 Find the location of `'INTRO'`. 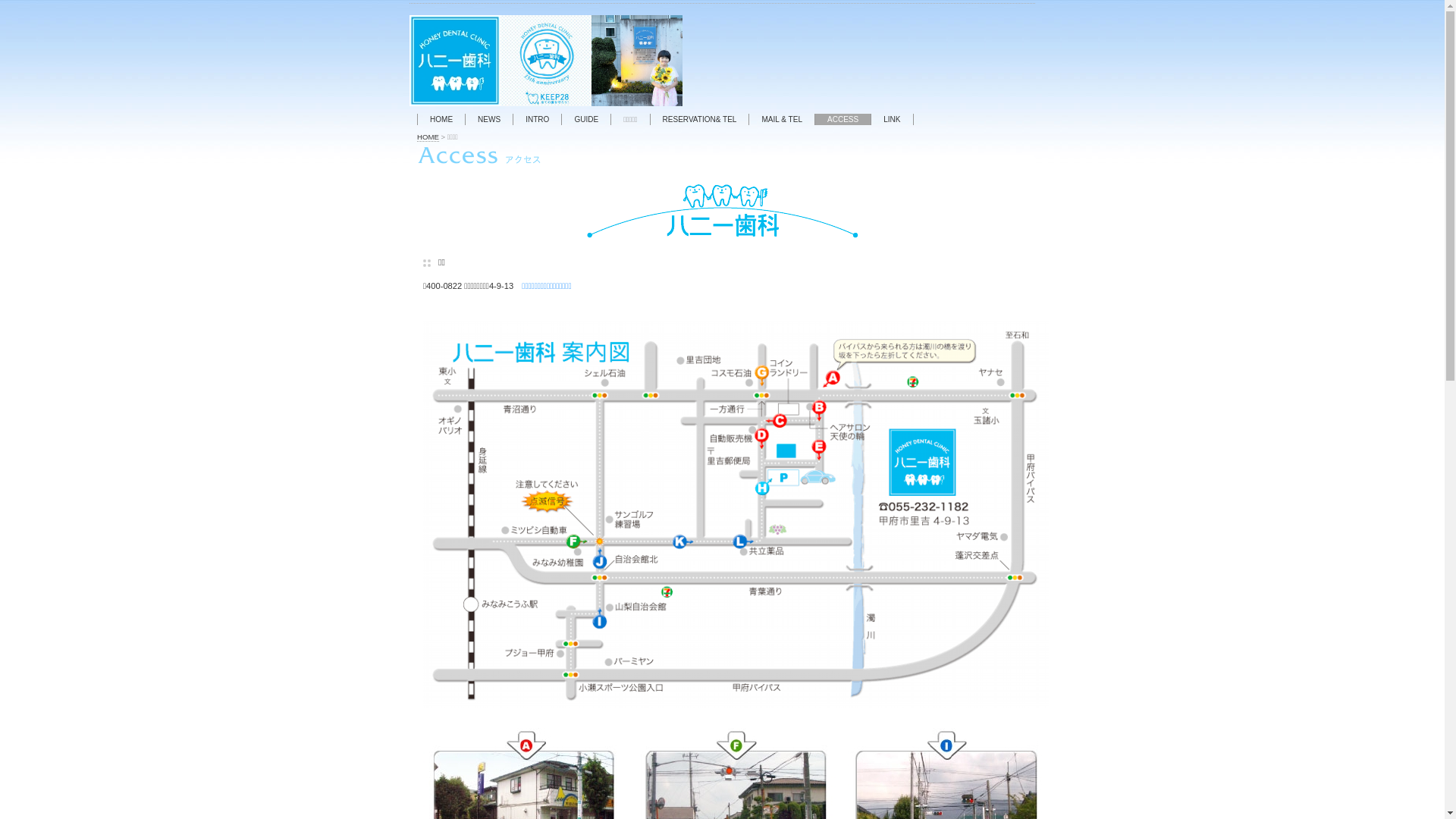

'INTRO' is located at coordinates (537, 118).